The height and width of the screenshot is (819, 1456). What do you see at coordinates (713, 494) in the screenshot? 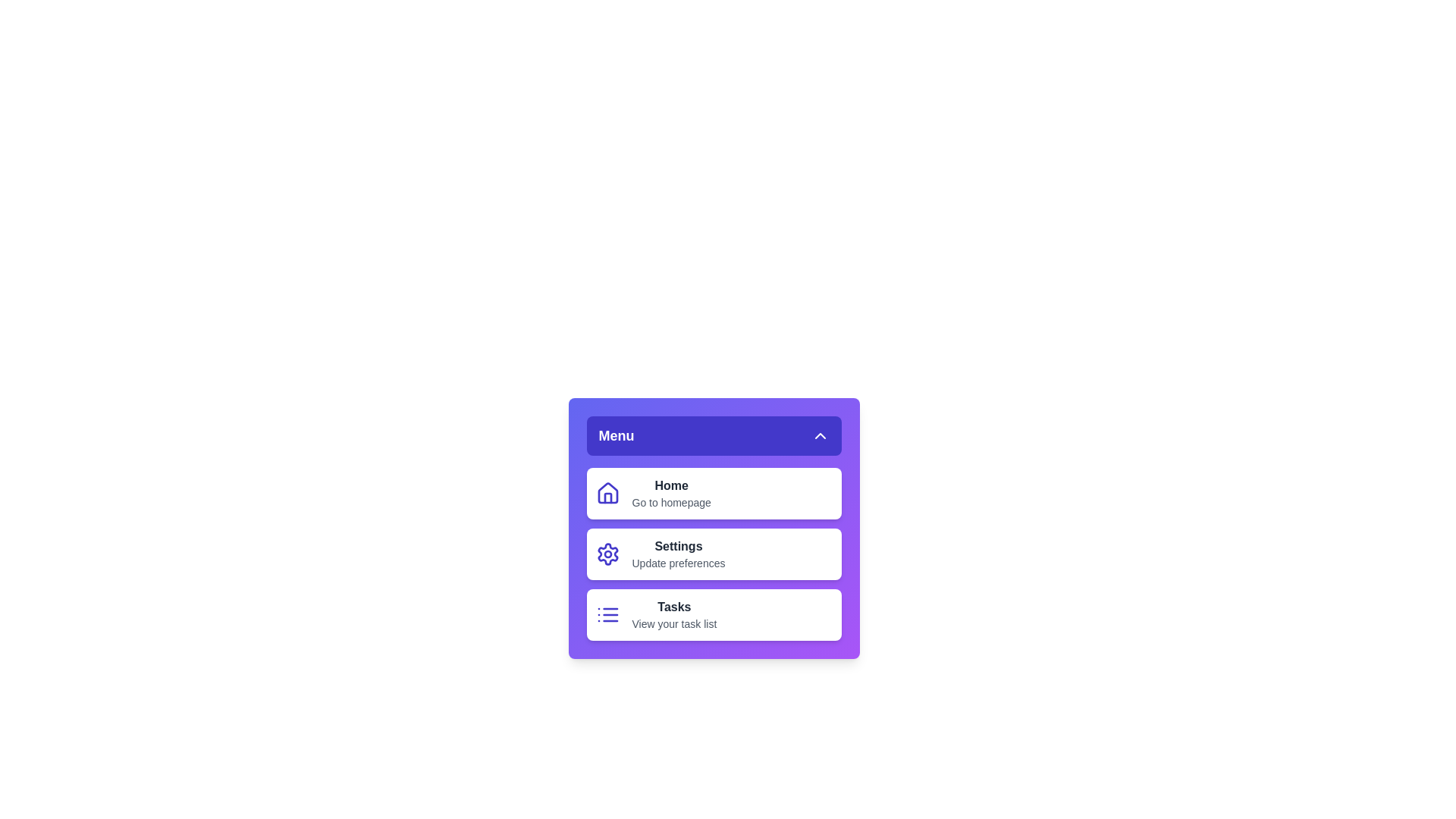
I see `the menu item labeled Home to observe its hover effect` at bounding box center [713, 494].